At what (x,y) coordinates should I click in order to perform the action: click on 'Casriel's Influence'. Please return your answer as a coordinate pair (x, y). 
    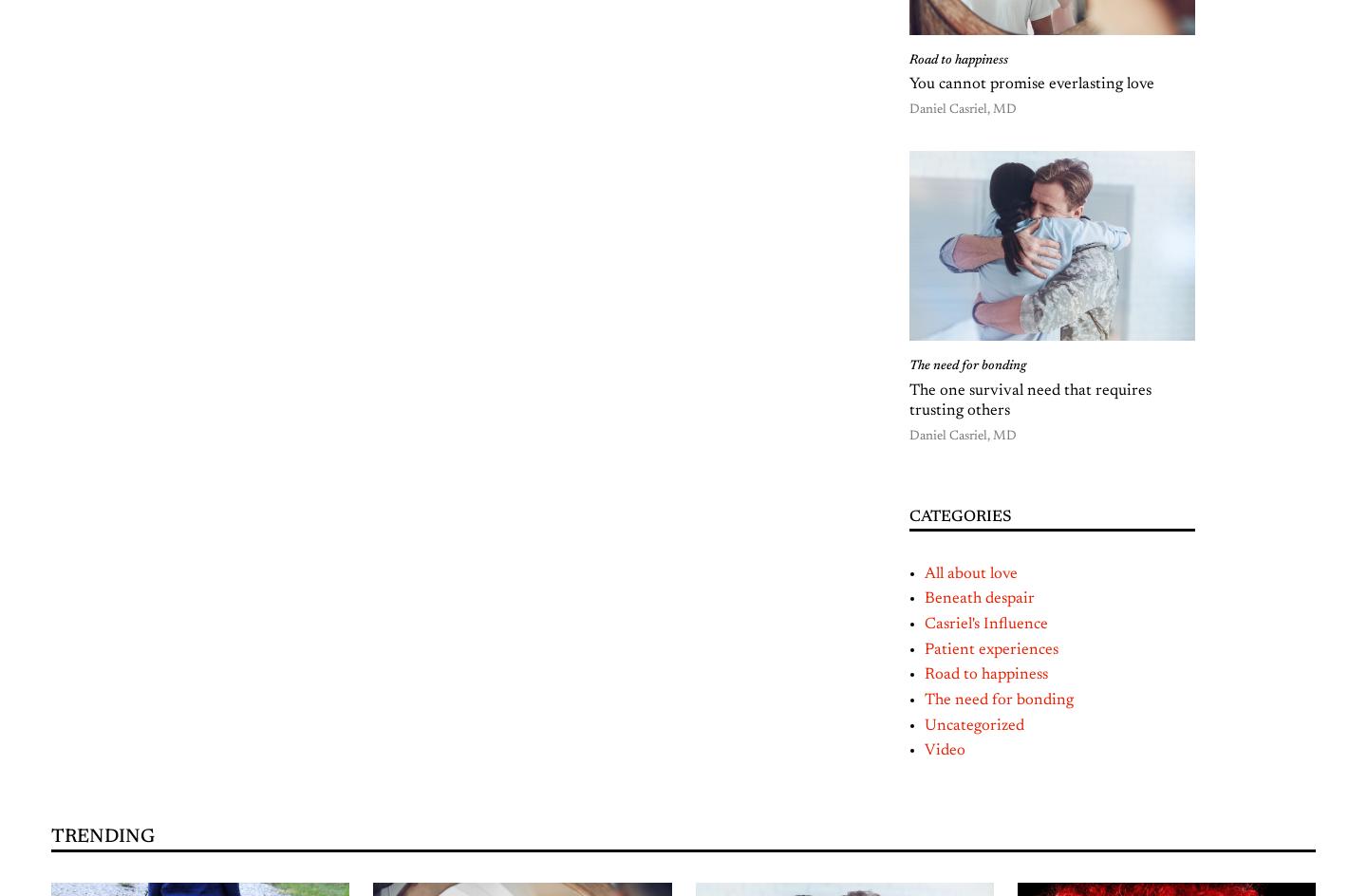
    Looking at the image, I should click on (924, 623).